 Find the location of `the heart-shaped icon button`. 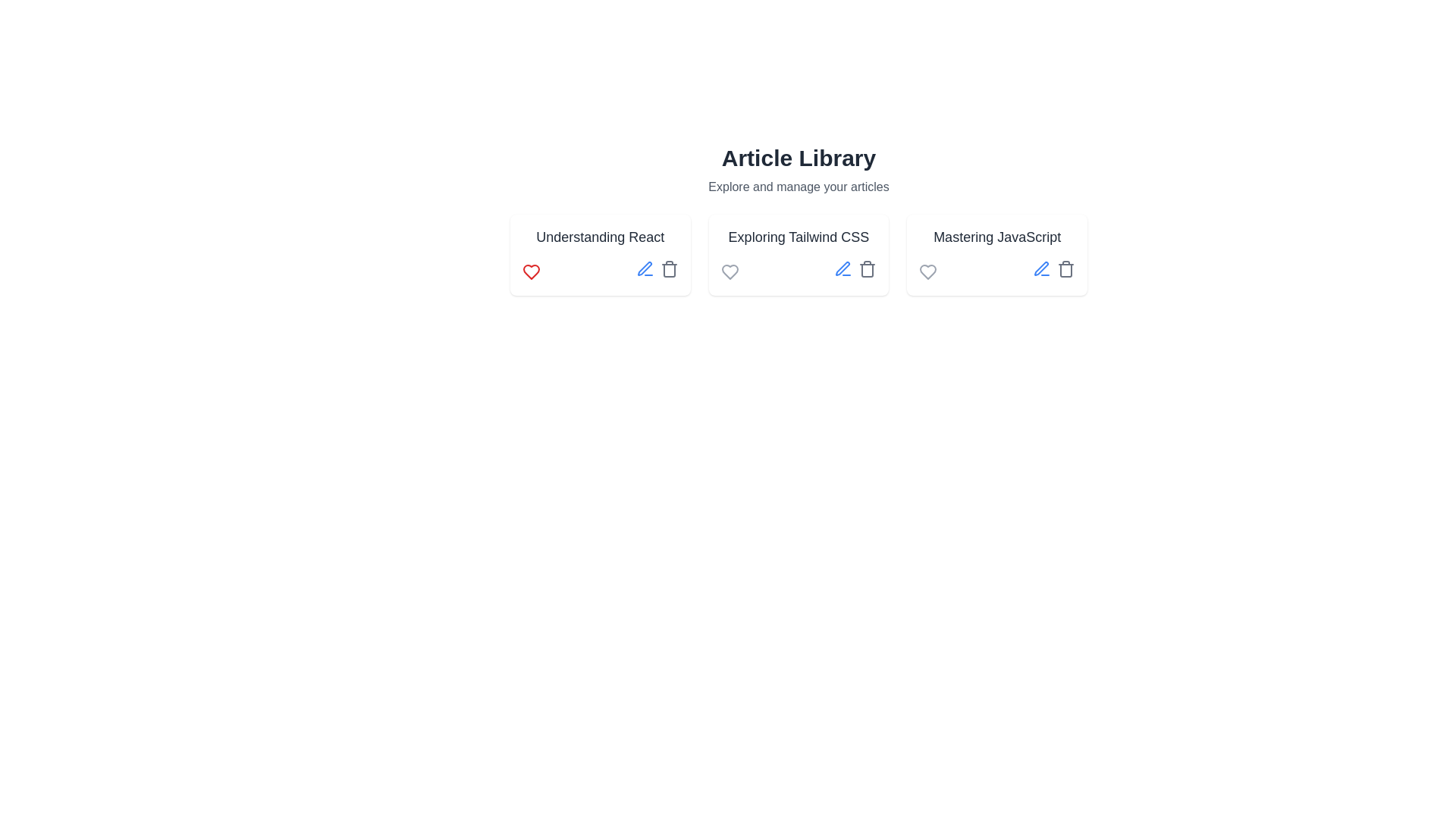

the heart-shaped icon button is located at coordinates (927, 271).